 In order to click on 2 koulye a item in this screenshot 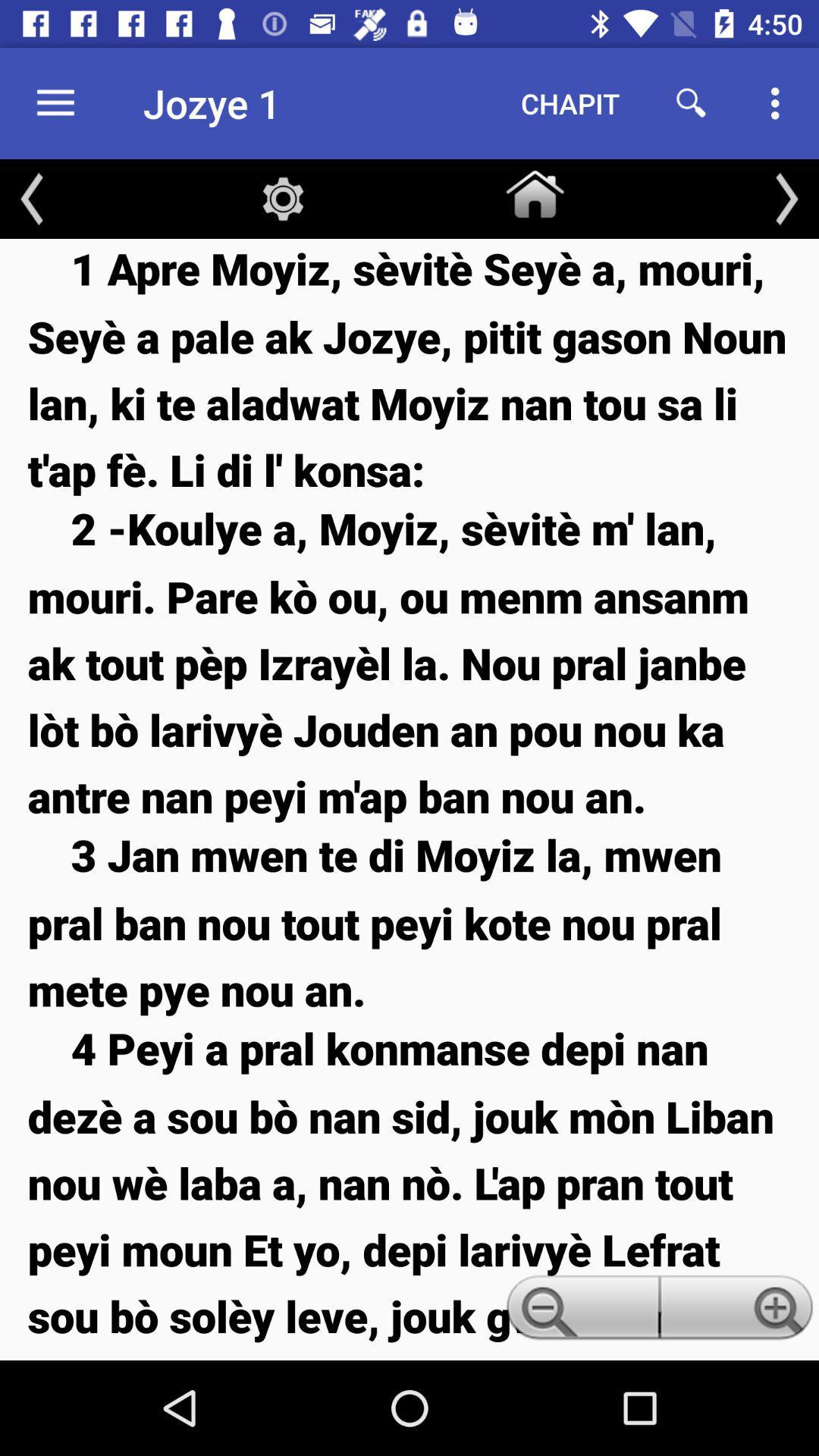, I will do `click(409, 662)`.